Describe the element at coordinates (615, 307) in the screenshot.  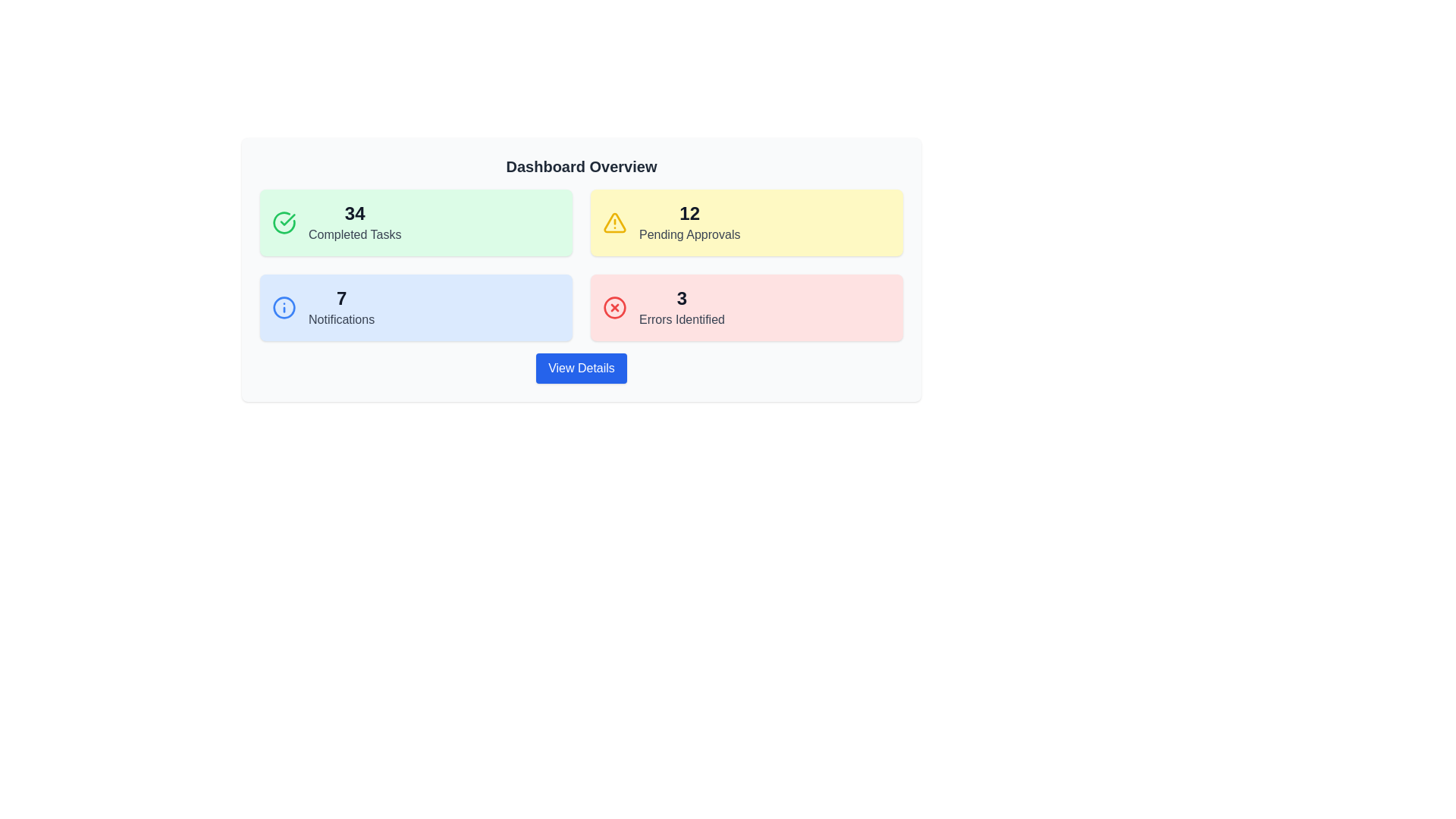
I see `the error indication represented by the icon located in the bottom-right section titled 'Errors Identified', which is centered adjacent to the number '3'` at that location.